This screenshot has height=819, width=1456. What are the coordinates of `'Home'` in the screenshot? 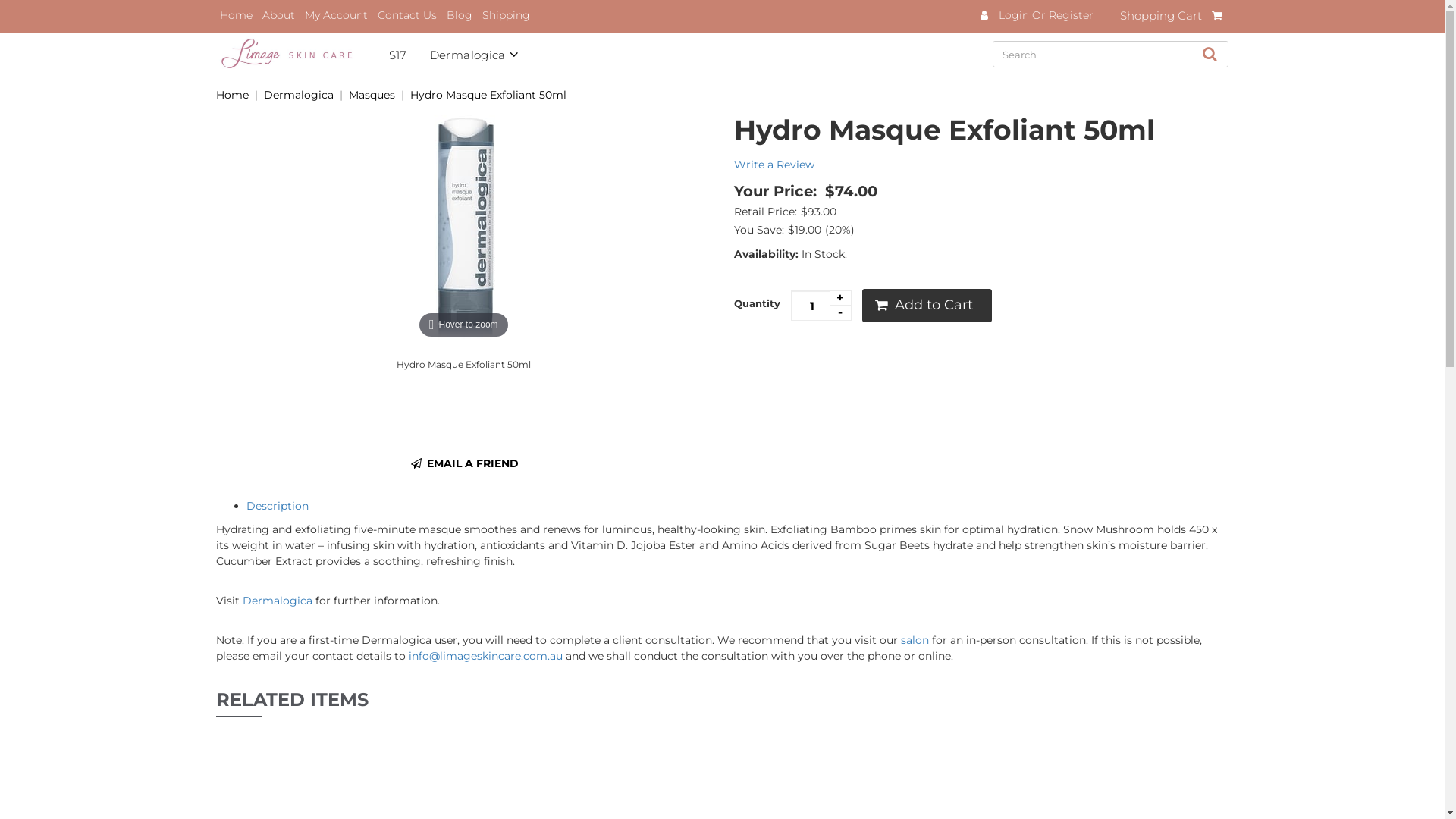 It's located at (231, 94).